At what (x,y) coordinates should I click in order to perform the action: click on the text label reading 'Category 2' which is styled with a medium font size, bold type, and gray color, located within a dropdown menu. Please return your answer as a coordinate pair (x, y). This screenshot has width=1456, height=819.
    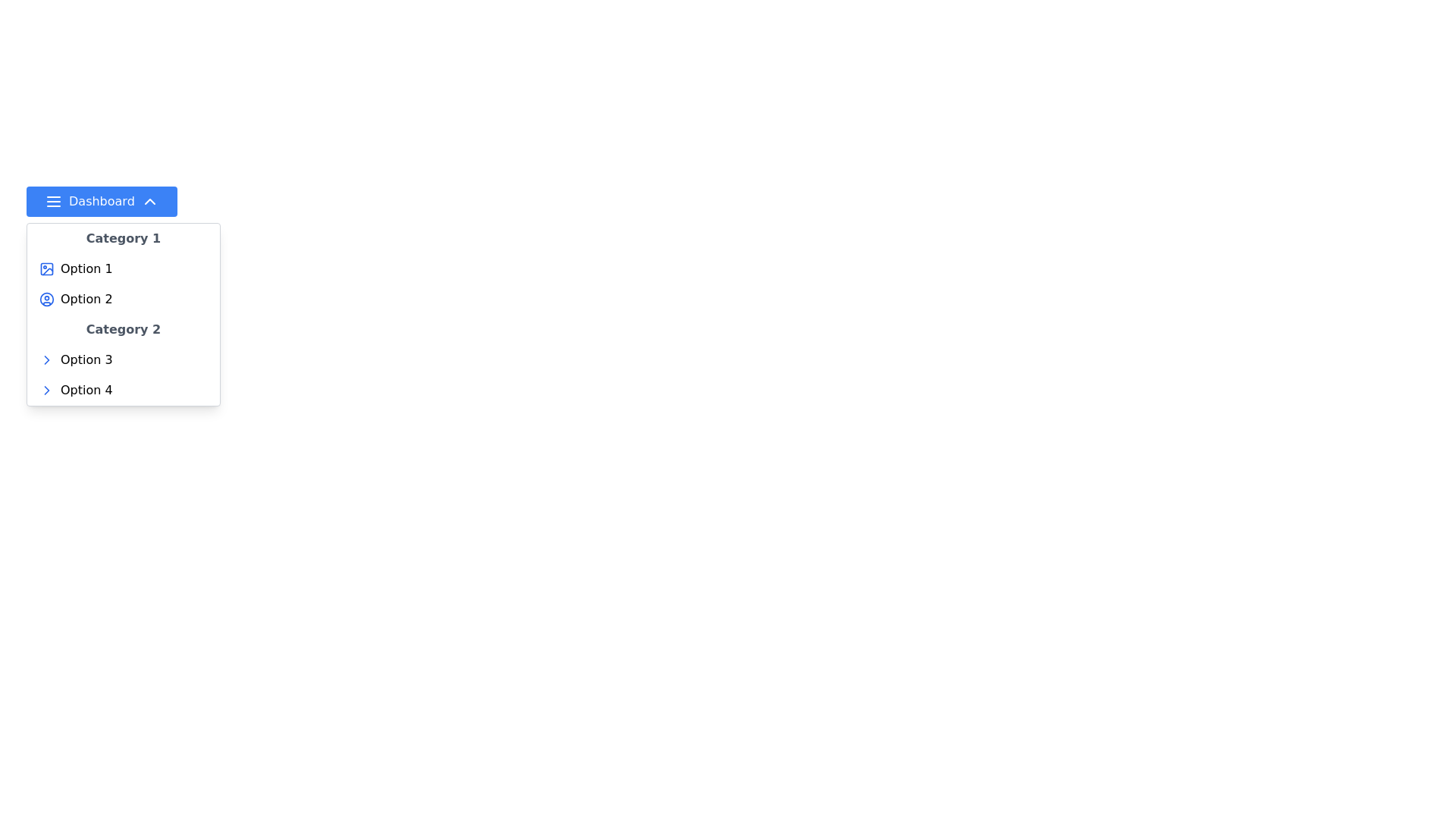
    Looking at the image, I should click on (124, 329).